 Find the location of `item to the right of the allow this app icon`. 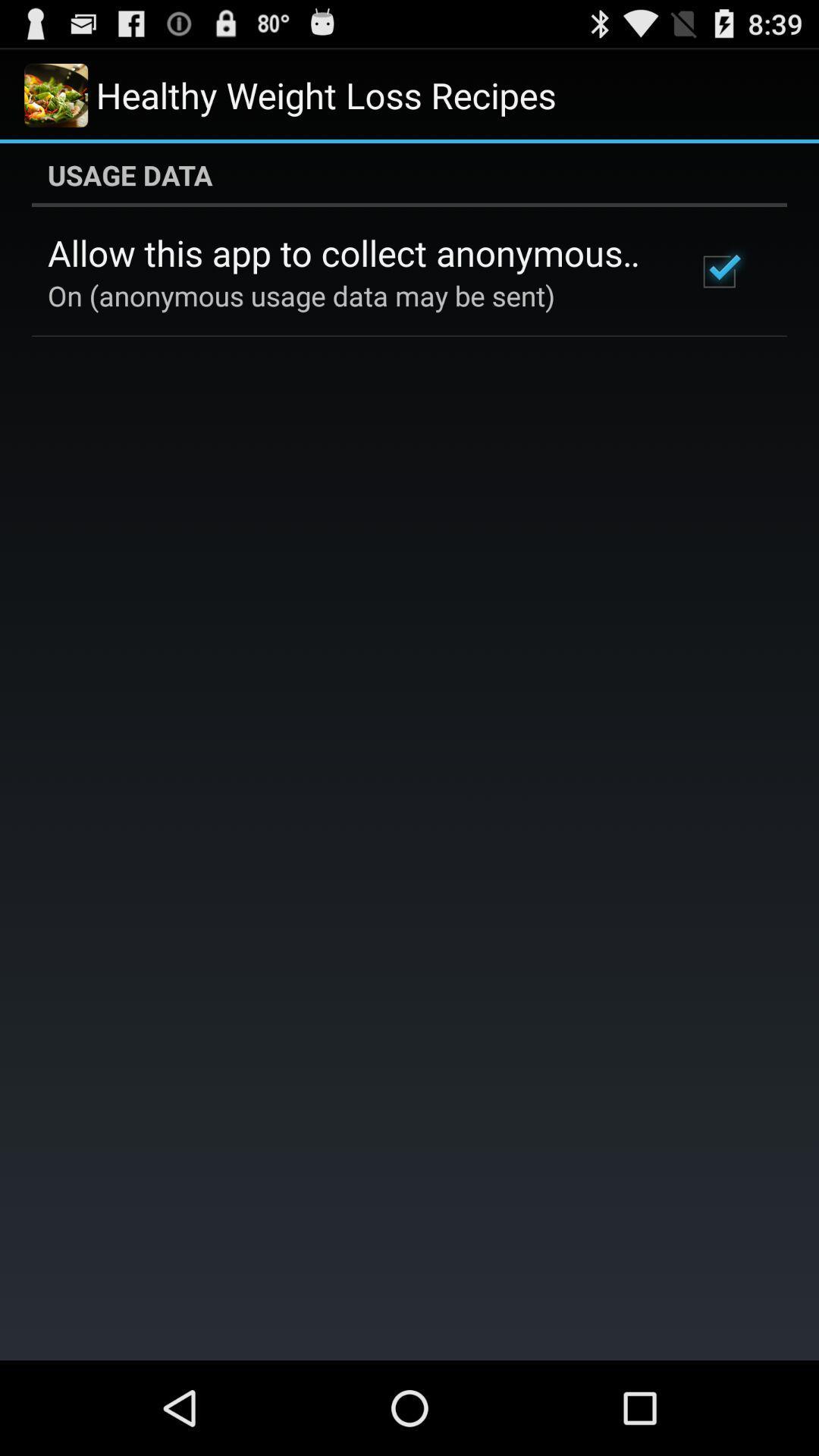

item to the right of the allow this app icon is located at coordinates (718, 271).